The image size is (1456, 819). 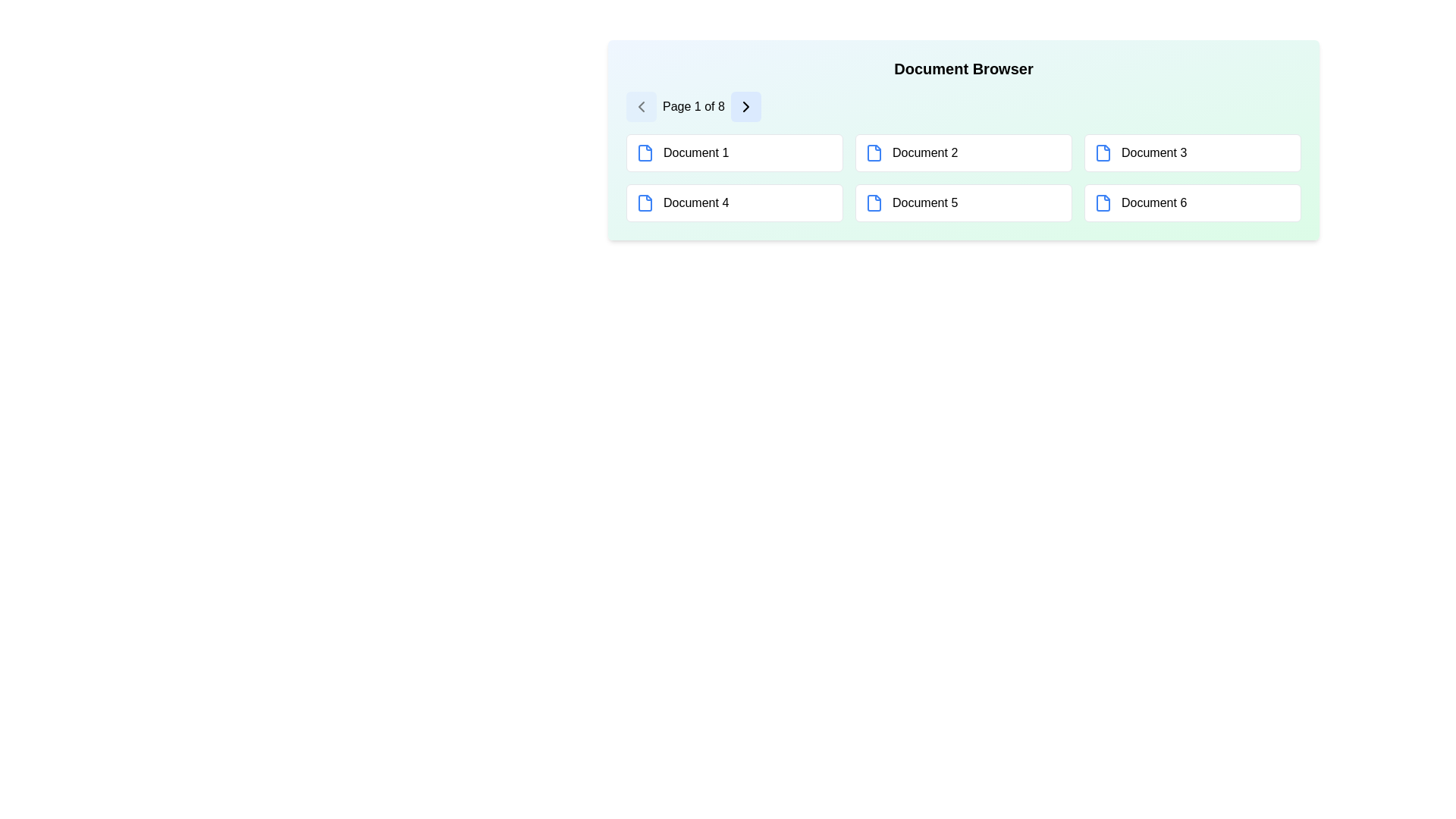 I want to click on the icon representing 'Document 5', so click(x=874, y=202).